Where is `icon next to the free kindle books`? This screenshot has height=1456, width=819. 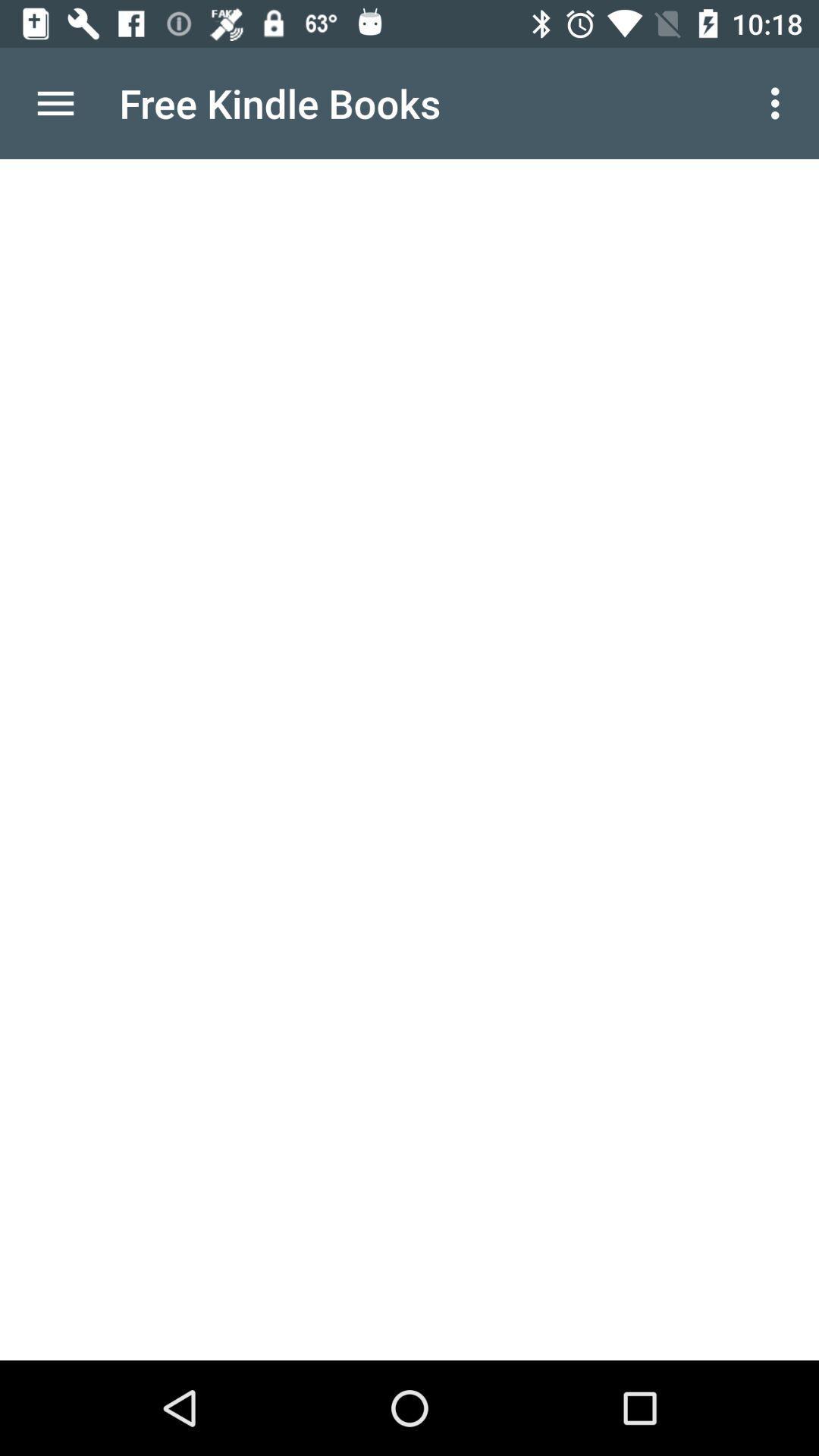
icon next to the free kindle books is located at coordinates (55, 102).